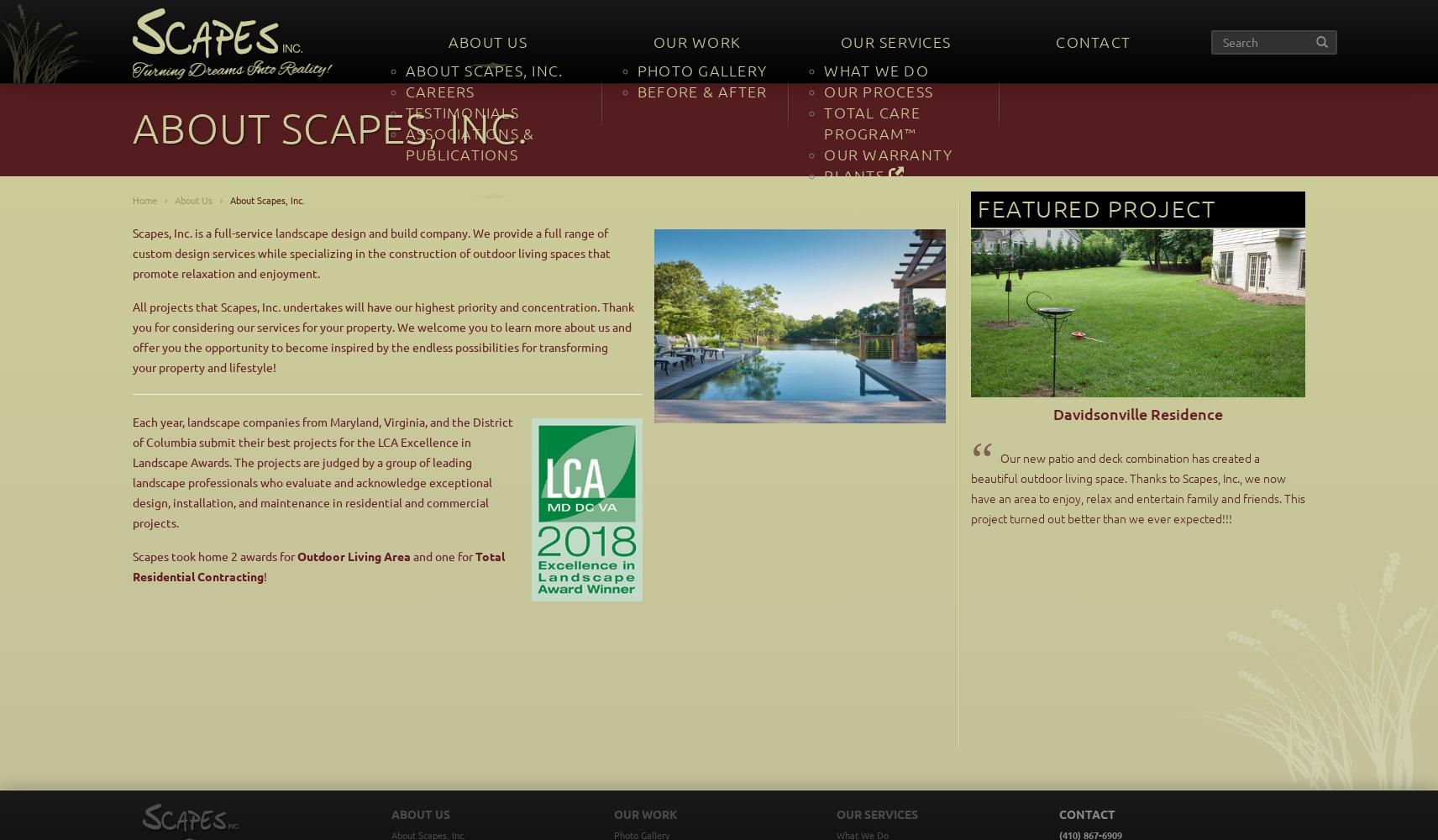 This screenshot has height=840, width=1438. What do you see at coordinates (878, 90) in the screenshot?
I see `'Our Process'` at bounding box center [878, 90].